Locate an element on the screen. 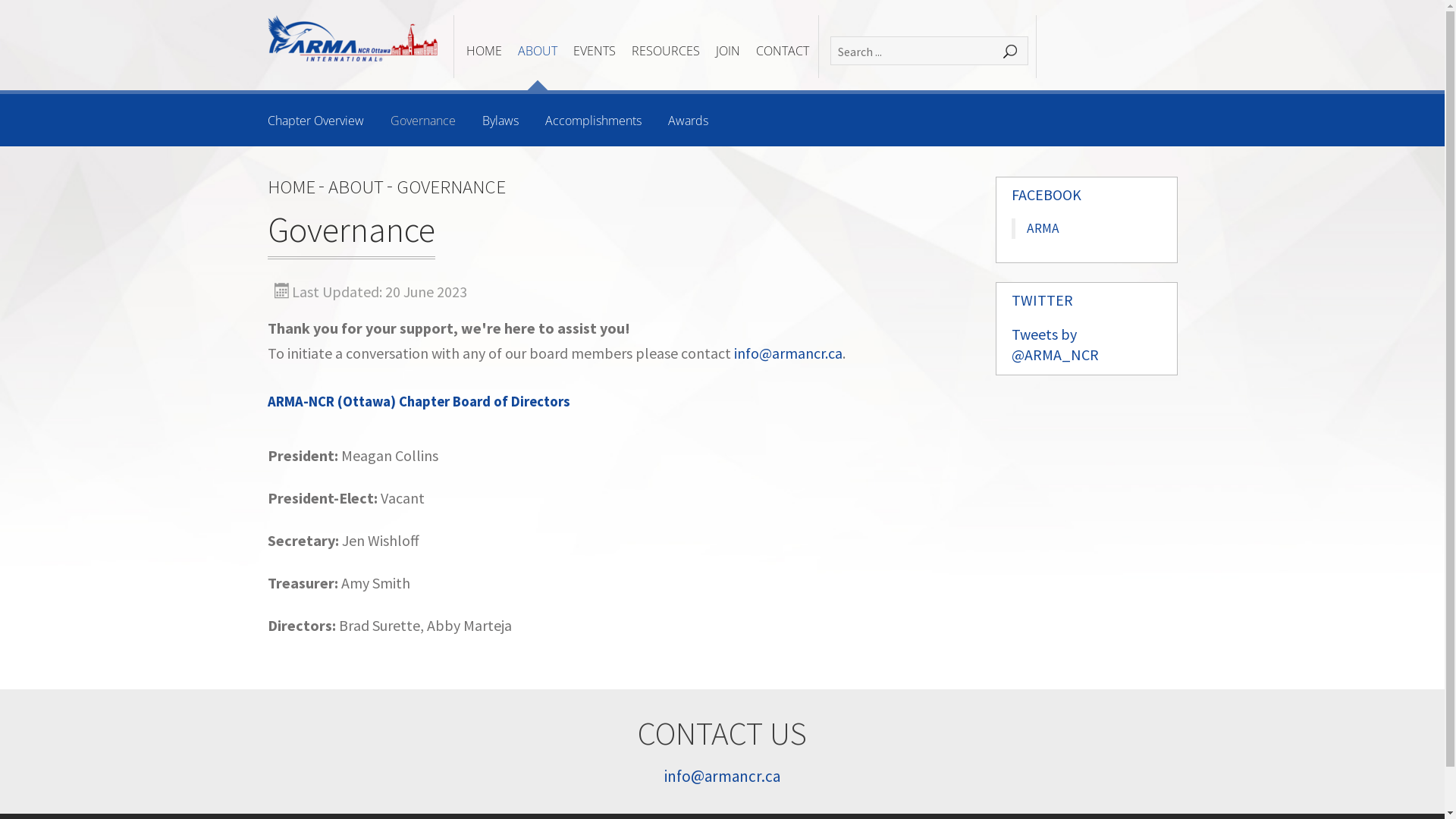 The image size is (1456, 819). 'info@armancr.ca' is located at coordinates (721, 776).